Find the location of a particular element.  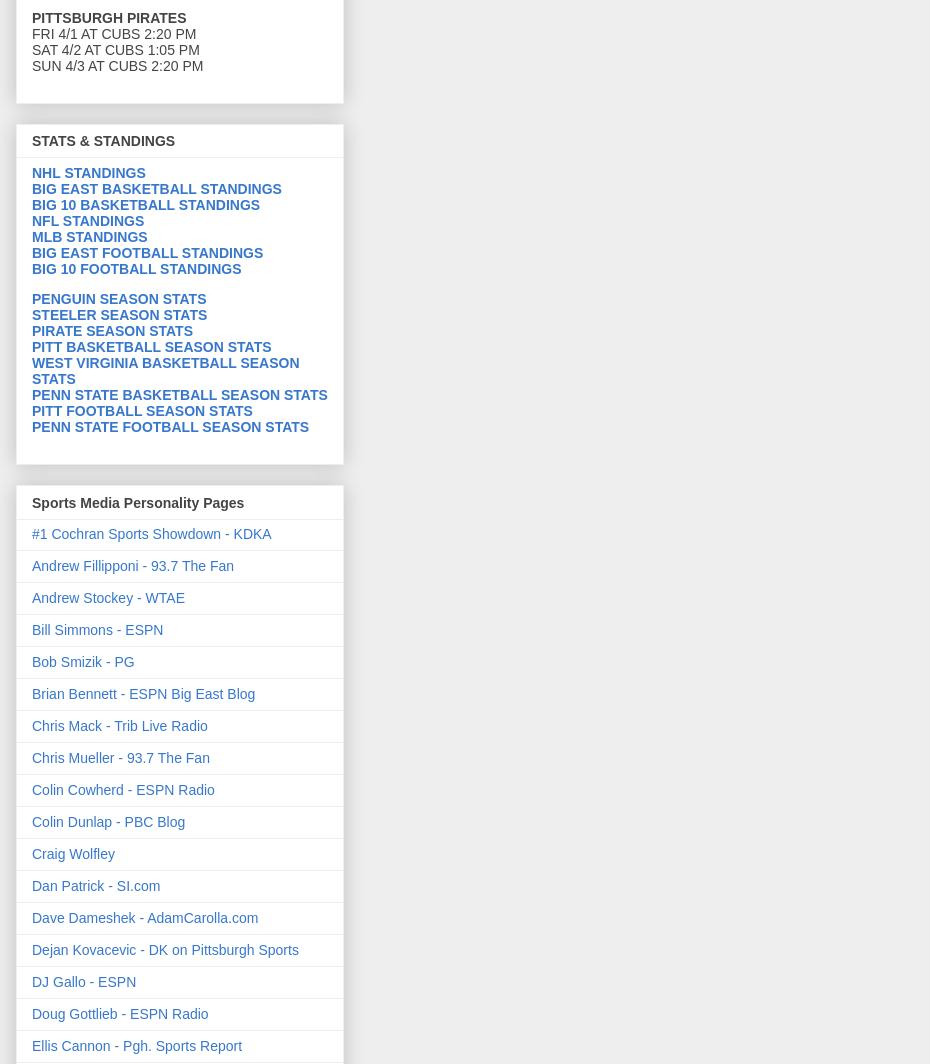

'Sports Media Personality Pages' is located at coordinates (138, 501).